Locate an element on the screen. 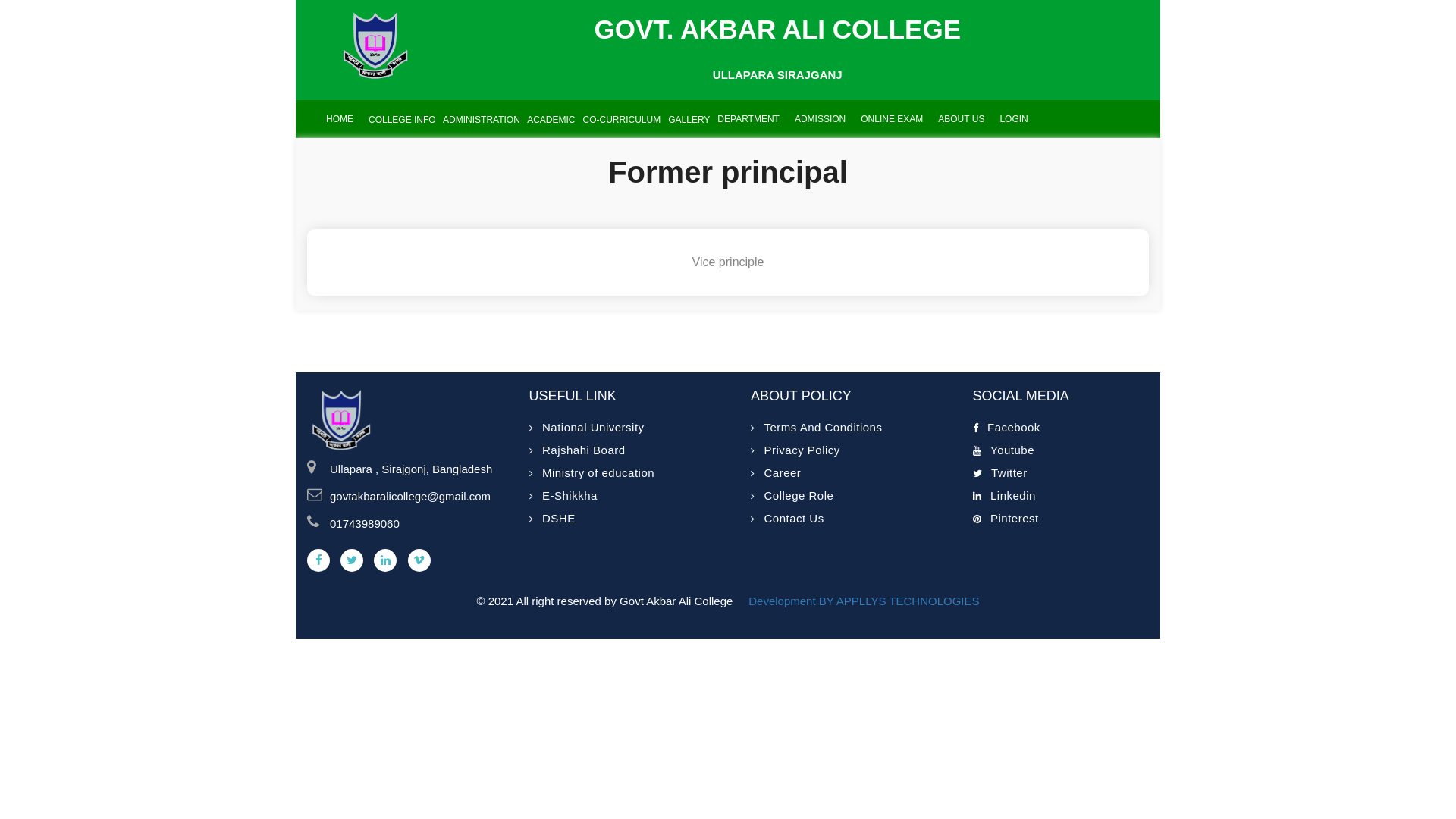  'Youtube' is located at coordinates (1003, 449).